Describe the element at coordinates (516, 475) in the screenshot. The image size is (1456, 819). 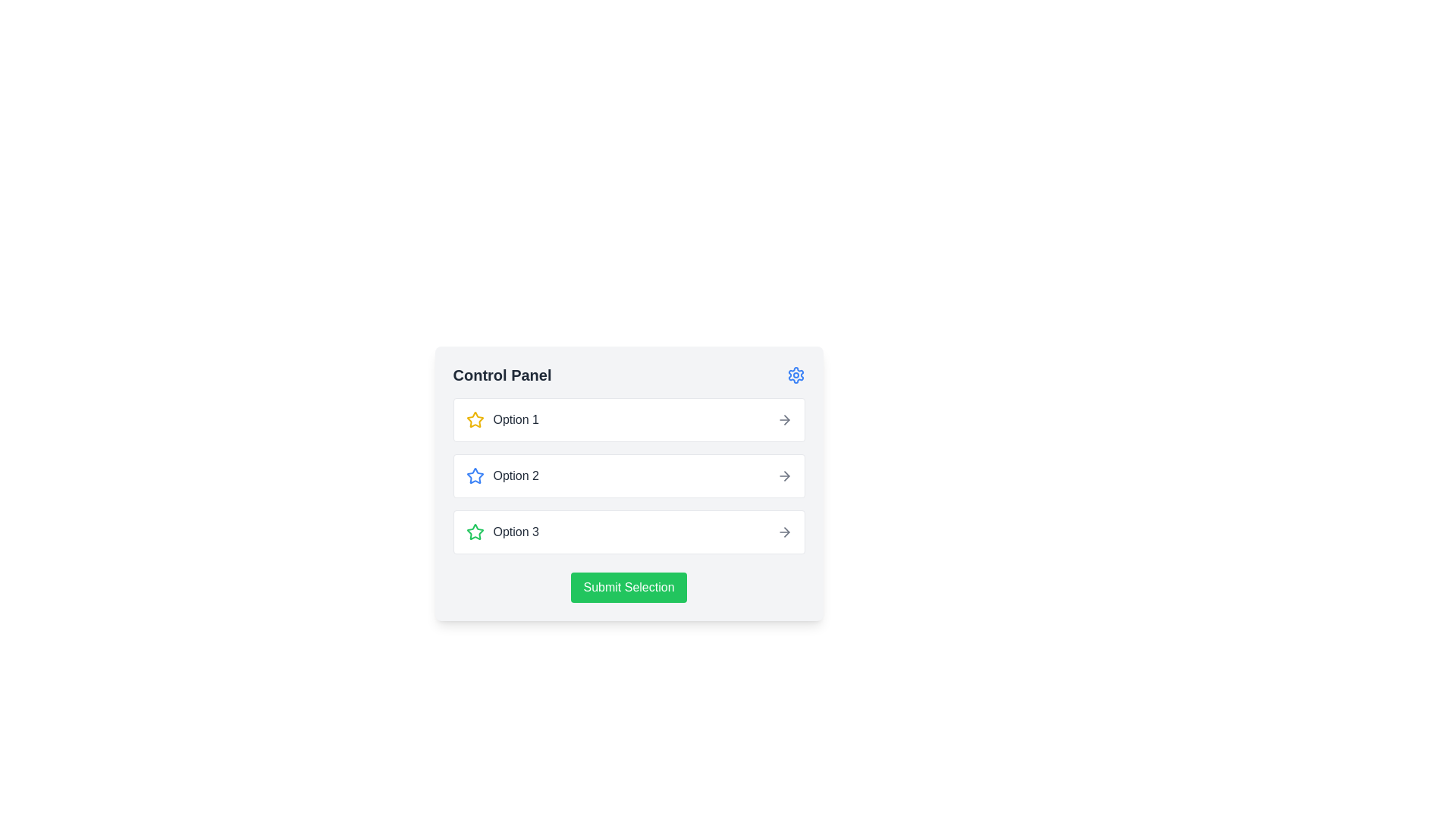
I see `text content of the text label displaying 'Option 2', which is dark gray and medium-weight, located to the right of a blue star icon in the second row of a list` at that location.